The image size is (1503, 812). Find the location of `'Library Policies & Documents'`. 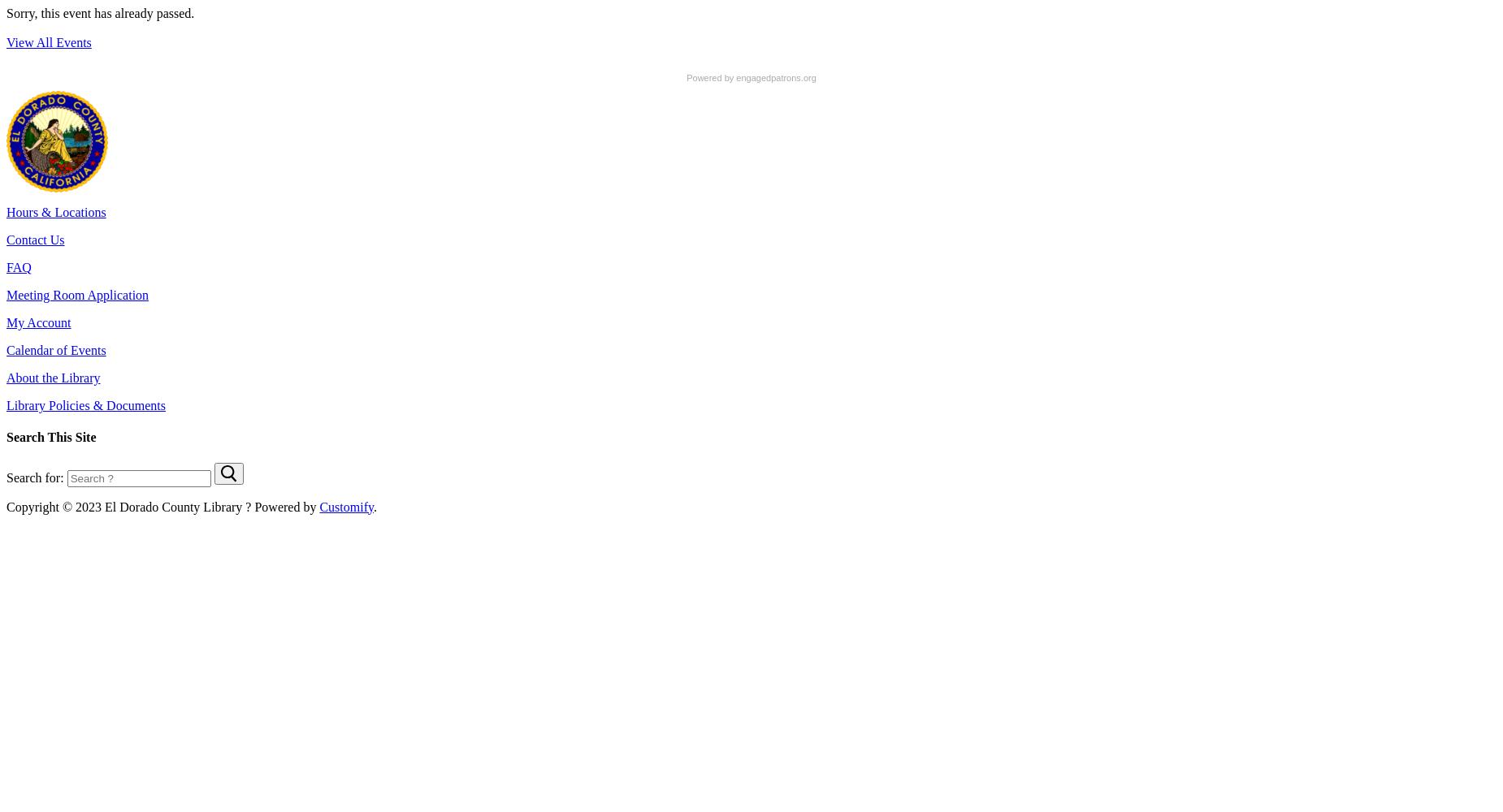

'Library Policies & Documents' is located at coordinates (84, 404).